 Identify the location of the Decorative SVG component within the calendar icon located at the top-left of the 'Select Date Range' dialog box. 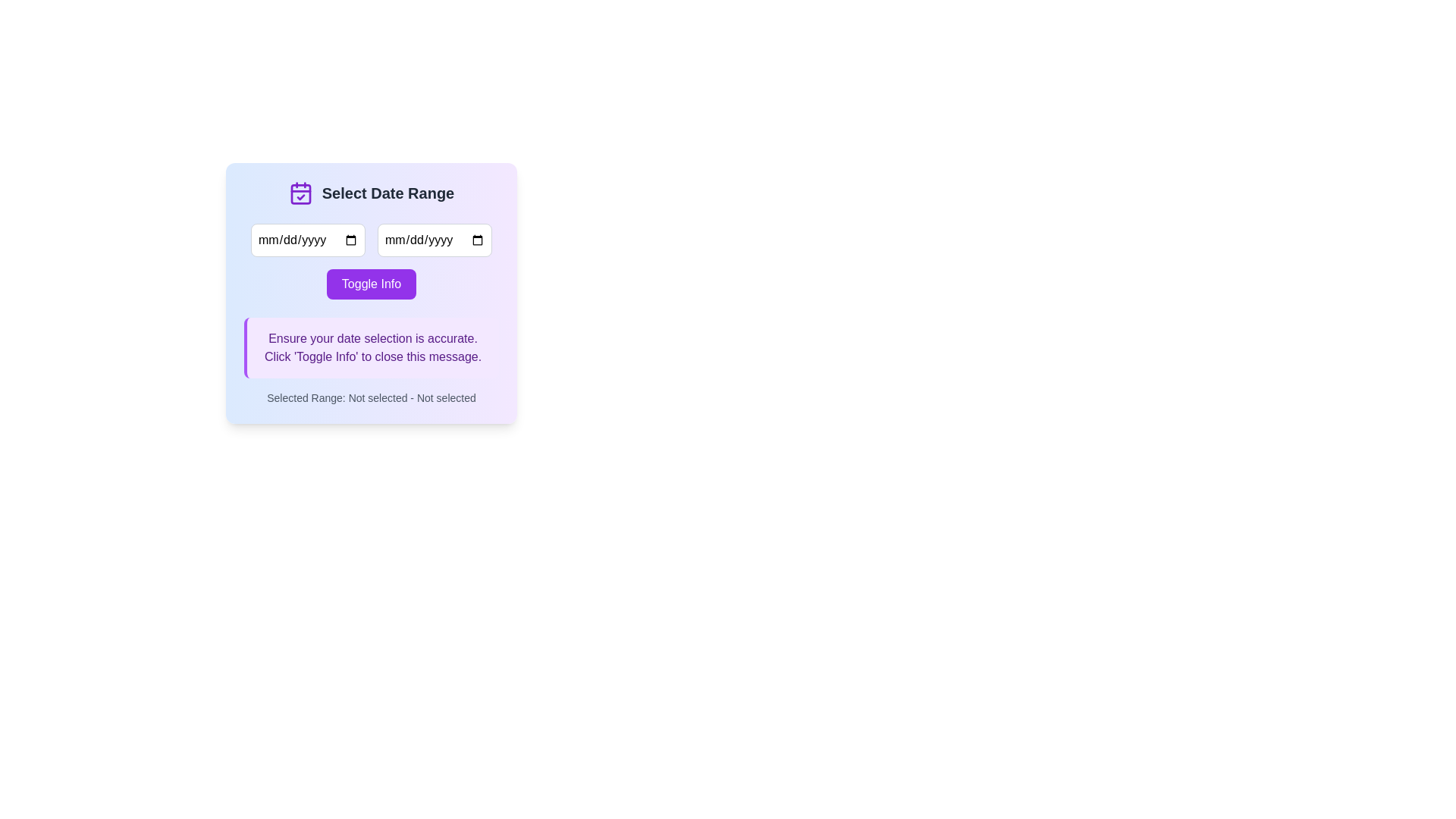
(300, 193).